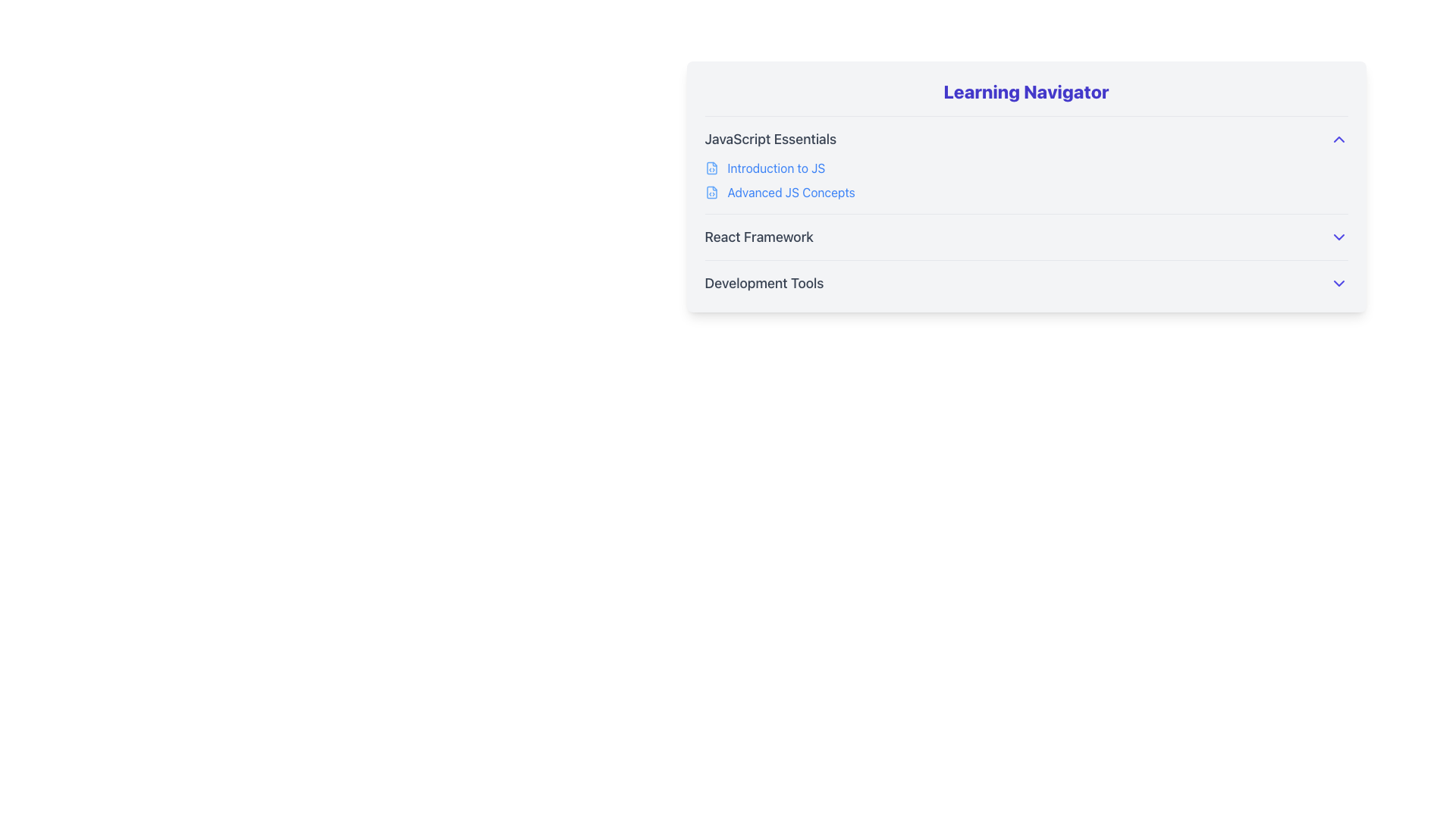 This screenshot has height=819, width=1456. Describe the element at coordinates (1026, 186) in the screenshot. I see `displayed information in the 'Learning Navigator' collapsible panel, which includes topics like 'JavaScript Essentials,' 'React Framework,' and 'Development Tools.'` at that location.